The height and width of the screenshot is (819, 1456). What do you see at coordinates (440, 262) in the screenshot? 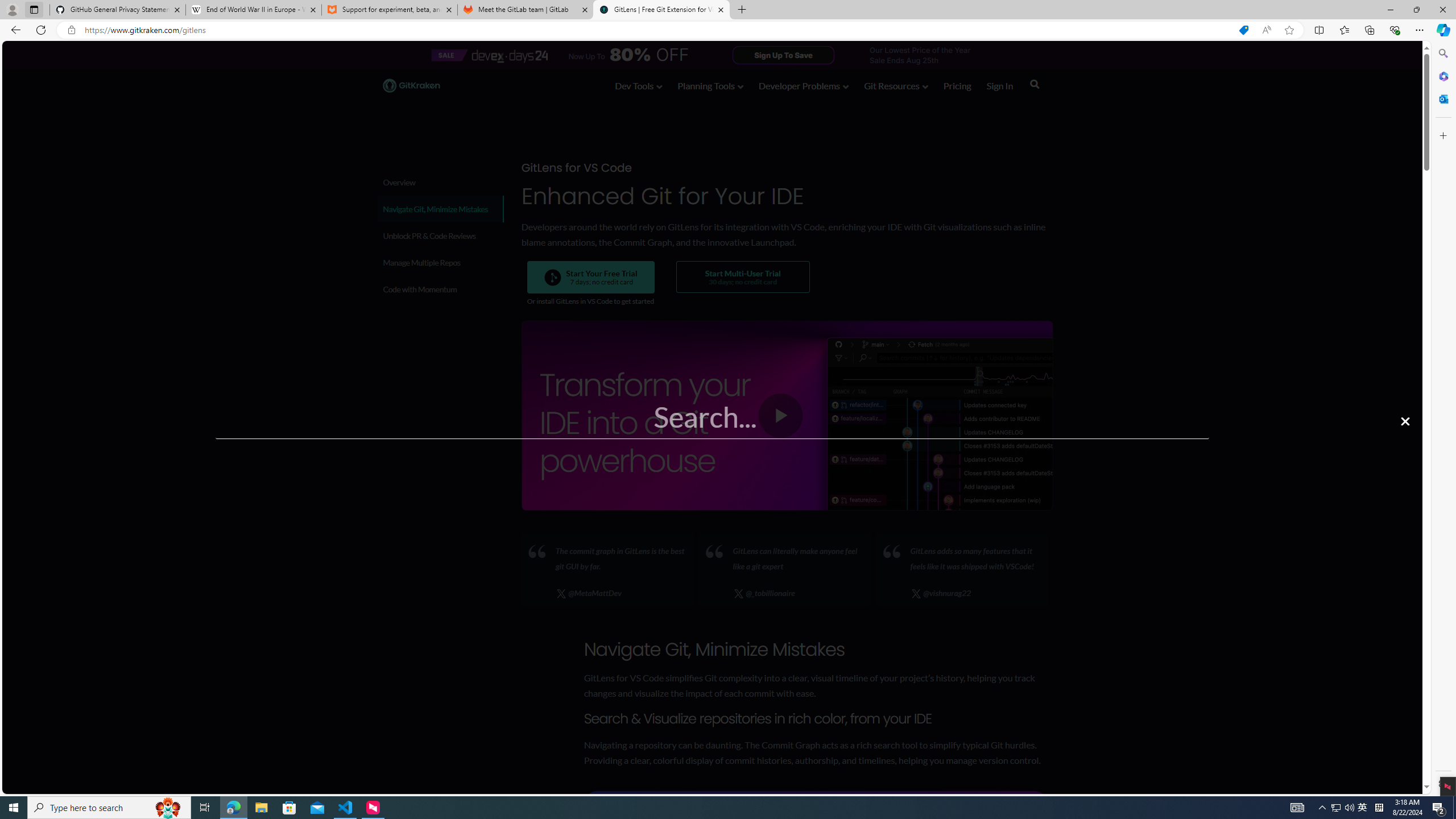
I see `'Manage Multiple Repos'` at bounding box center [440, 262].